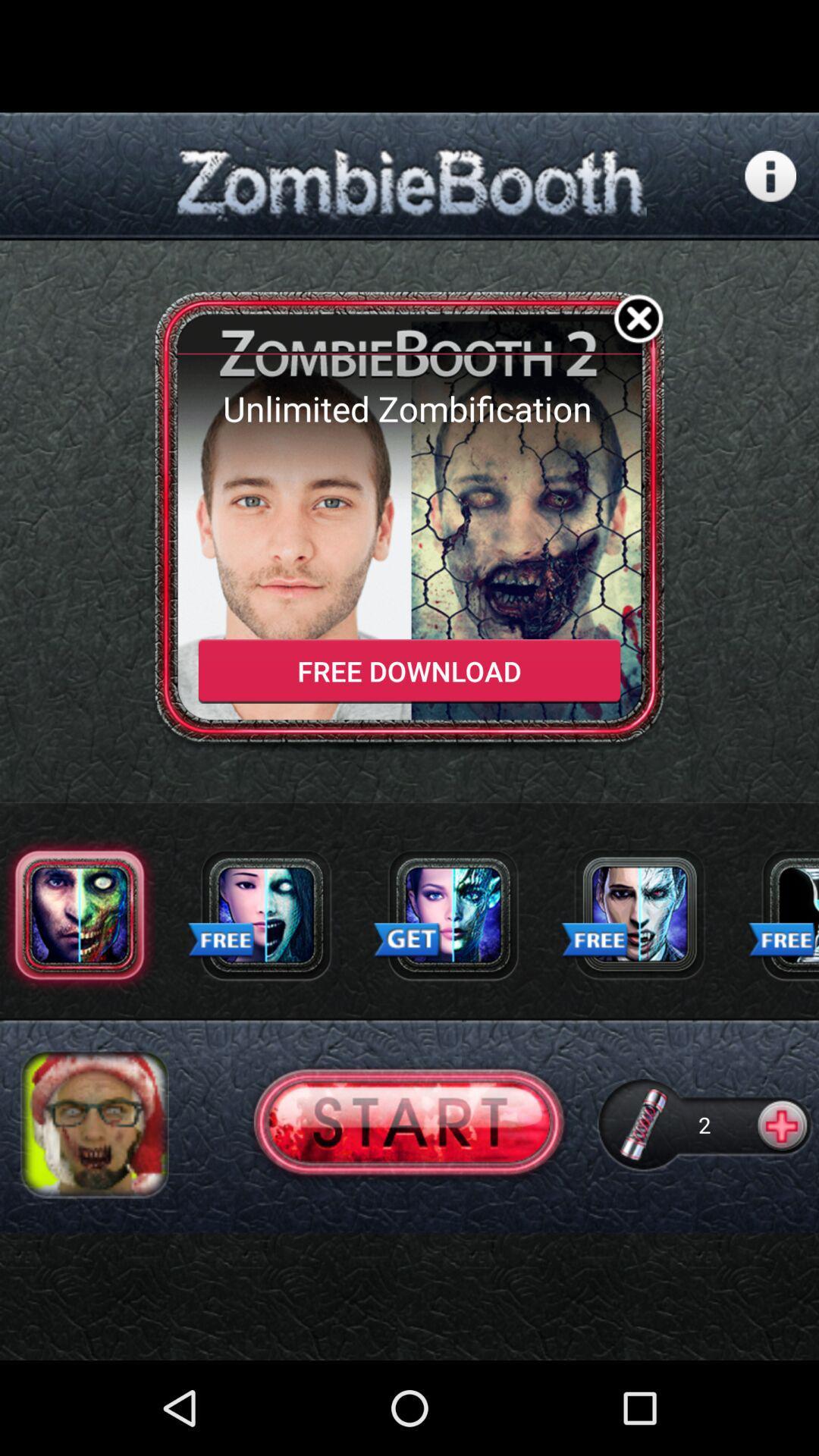 This screenshot has height=1456, width=819. Describe the element at coordinates (770, 187) in the screenshot. I see `the info icon` at that location.